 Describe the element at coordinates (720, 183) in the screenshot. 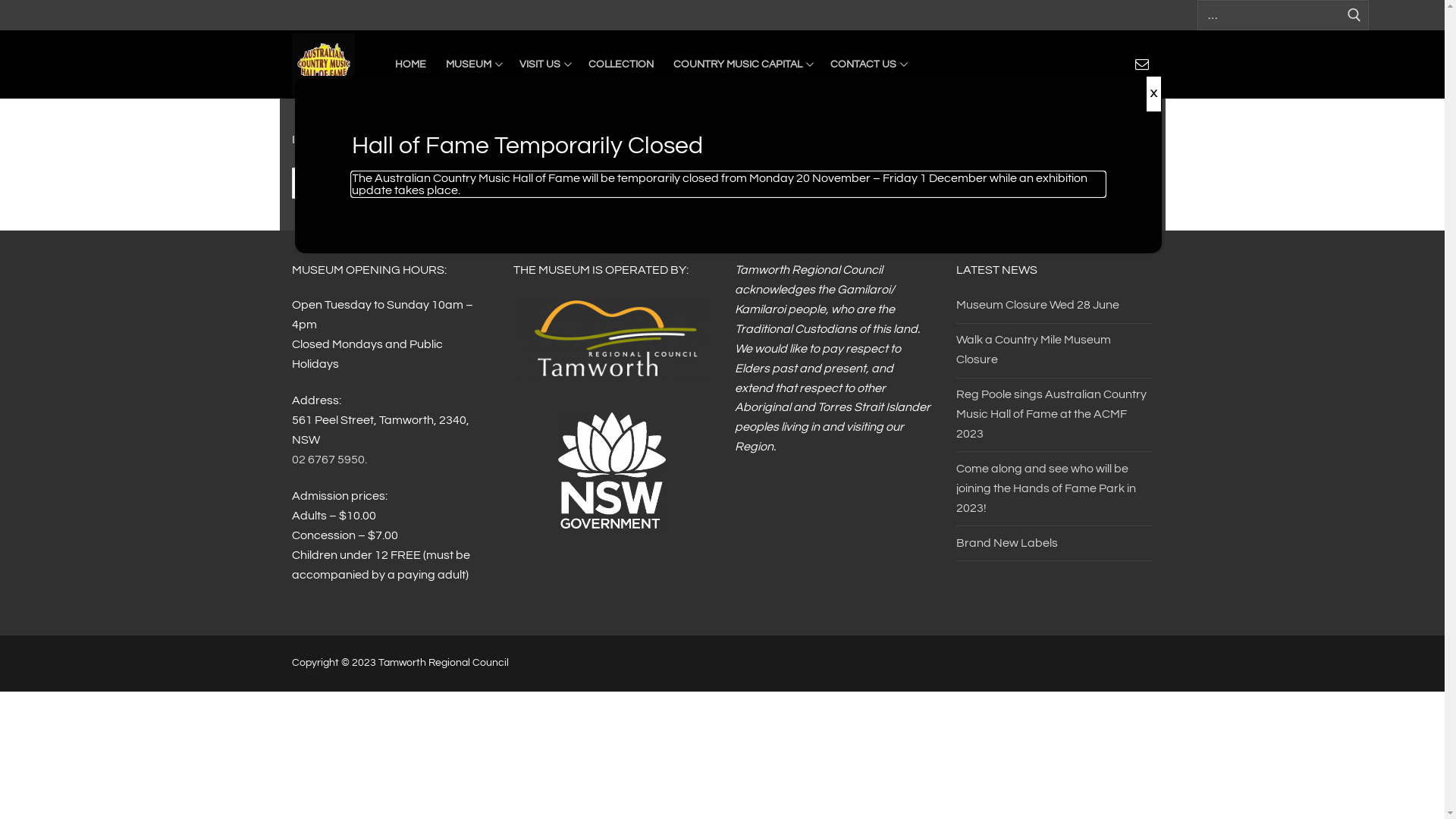

I see `'Search for:'` at that location.